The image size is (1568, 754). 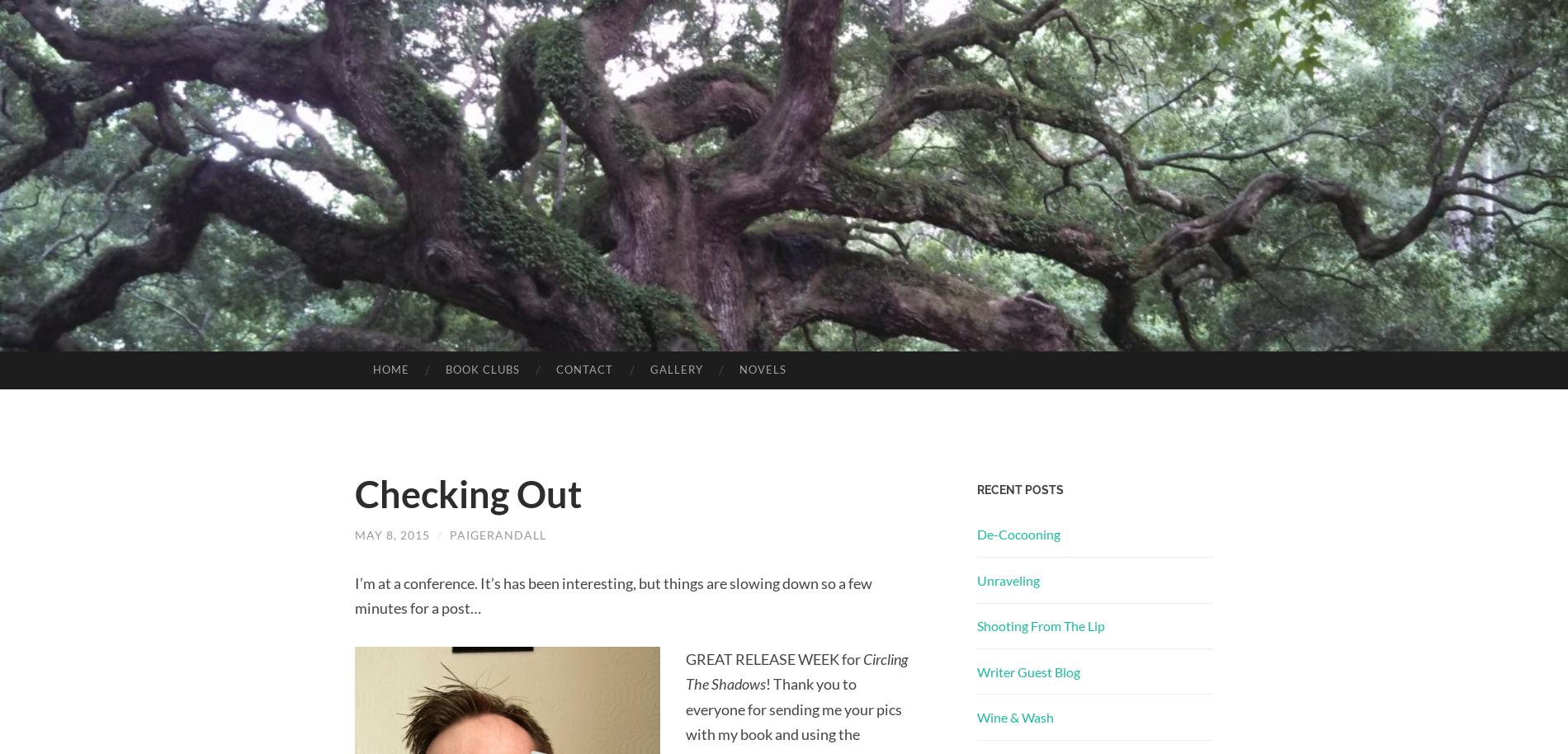 What do you see at coordinates (772, 657) in the screenshot?
I see `'GREAT RELEASE WEEK for'` at bounding box center [772, 657].